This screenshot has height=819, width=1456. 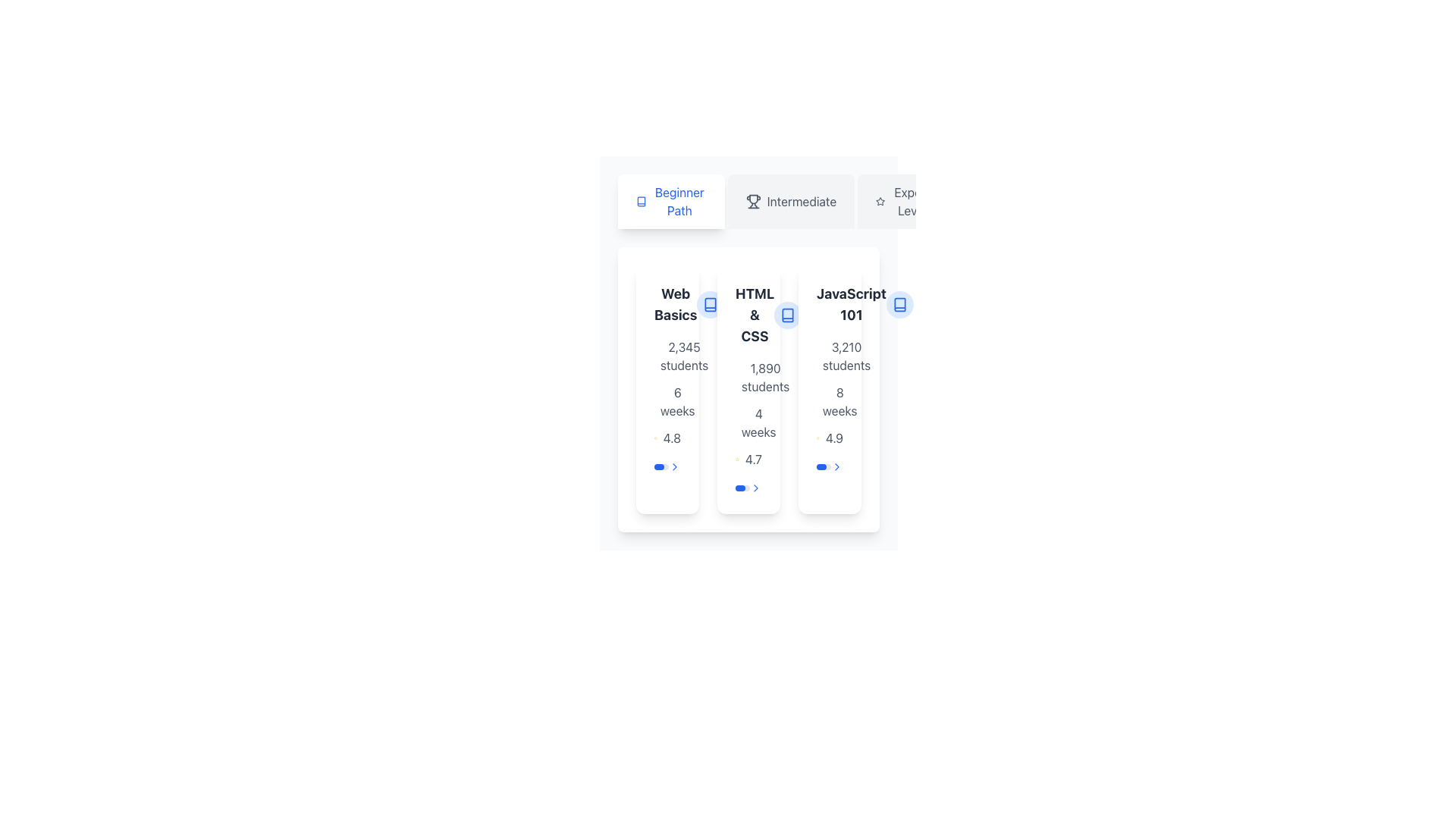 I want to click on the descriptive title text label located in the top-left corner of the first card in the horizontal stack for context or navigation, so click(x=675, y=304).